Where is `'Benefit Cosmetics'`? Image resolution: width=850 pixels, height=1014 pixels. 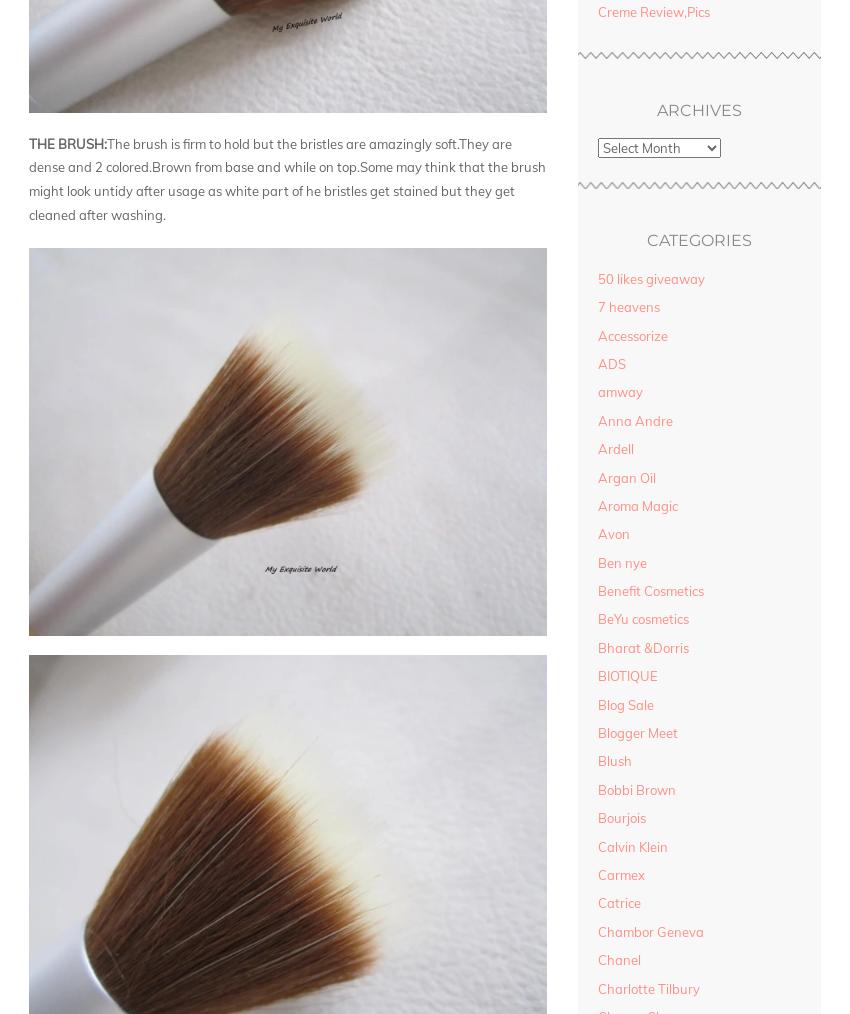
'Benefit Cosmetics' is located at coordinates (596, 589).